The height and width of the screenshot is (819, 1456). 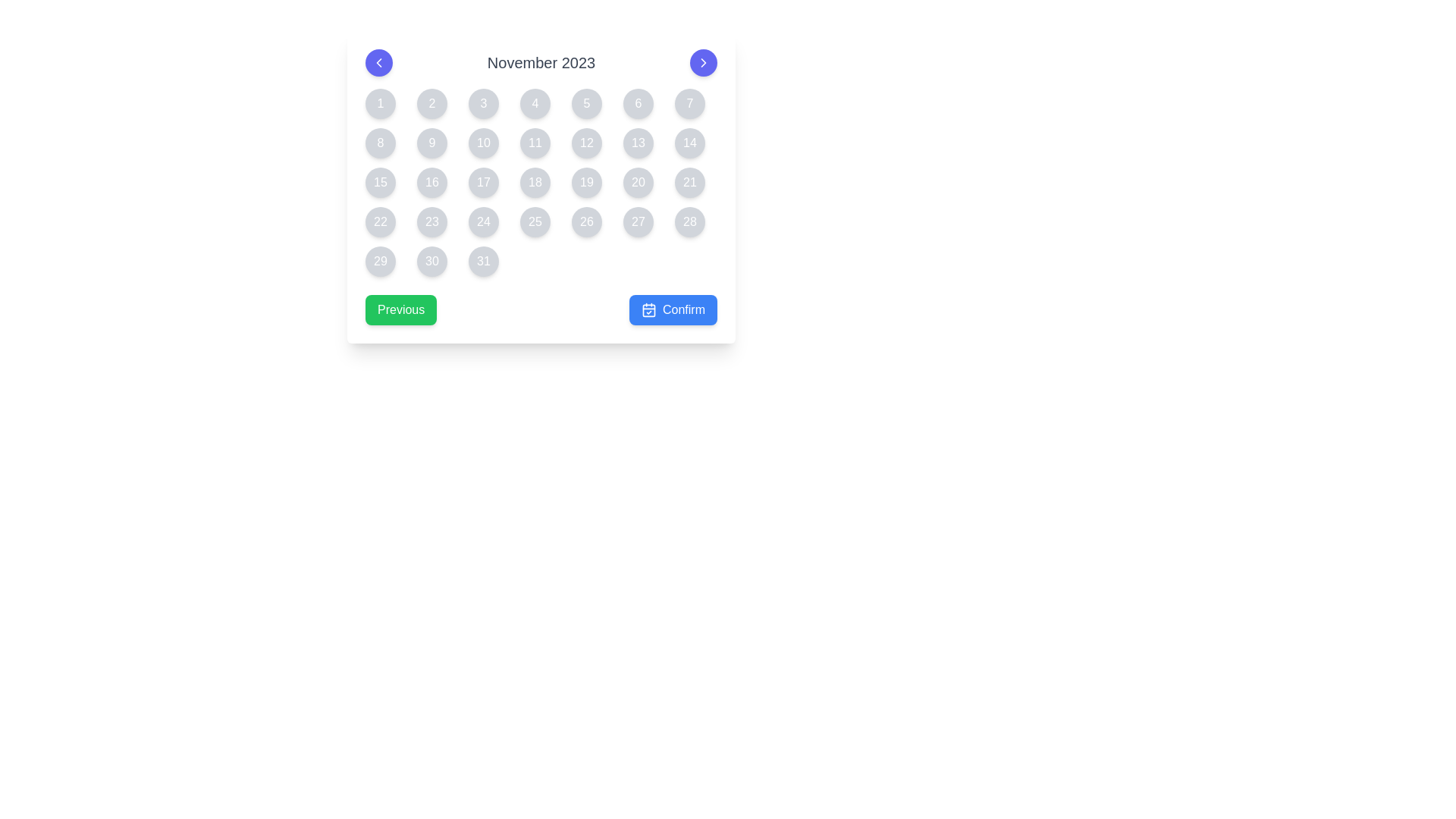 I want to click on the circular button labeled '6' with a light gray background in the November 2023 calendar grid, so click(x=638, y=103).